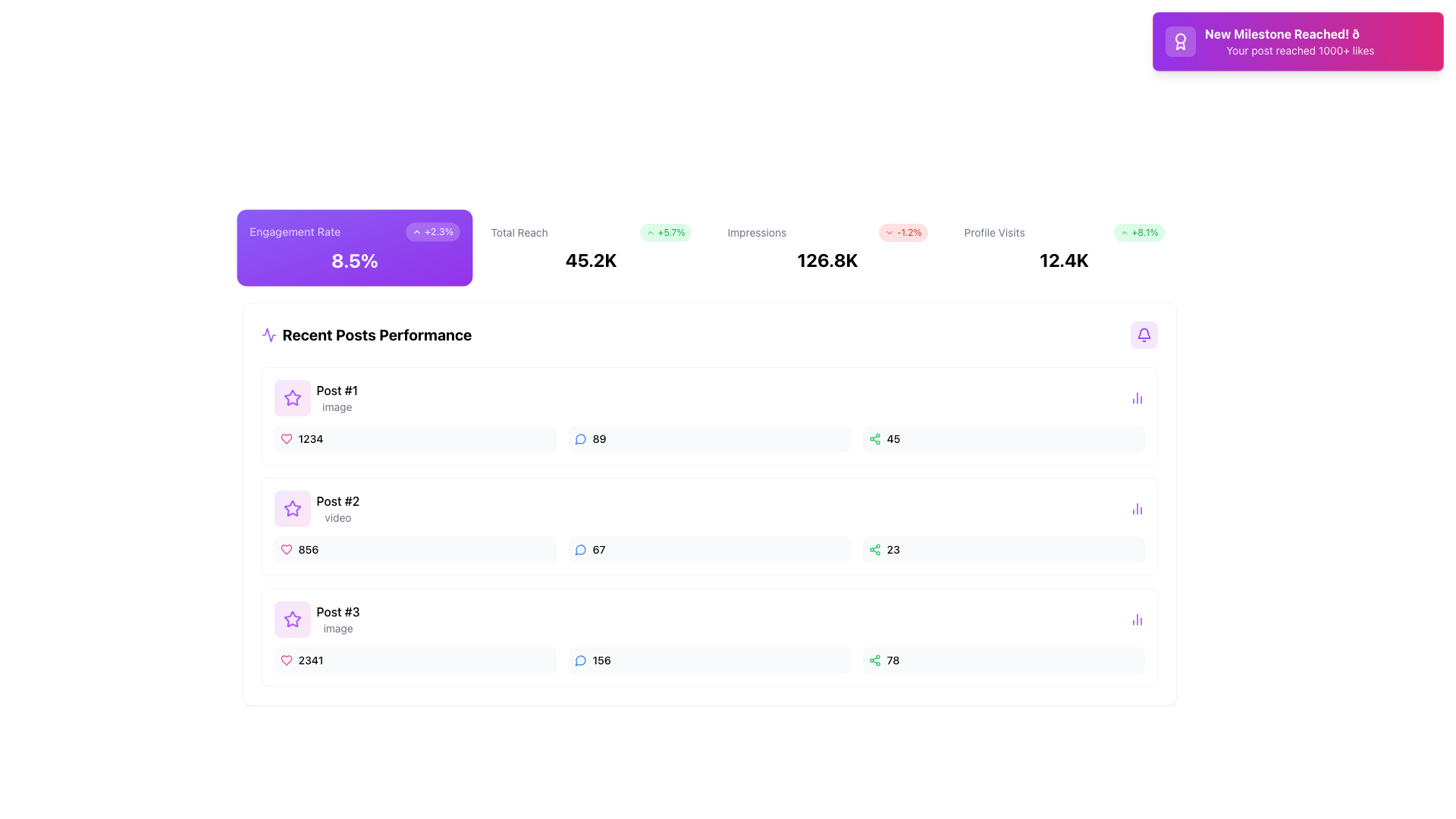 Image resolution: width=1456 pixels, height=819 pixels. Describe the element at coordinates (1137, 397) in the screenshot. I see `the interactive icon located at the far right of the row titled 'Post #1' to change its color` at that location.